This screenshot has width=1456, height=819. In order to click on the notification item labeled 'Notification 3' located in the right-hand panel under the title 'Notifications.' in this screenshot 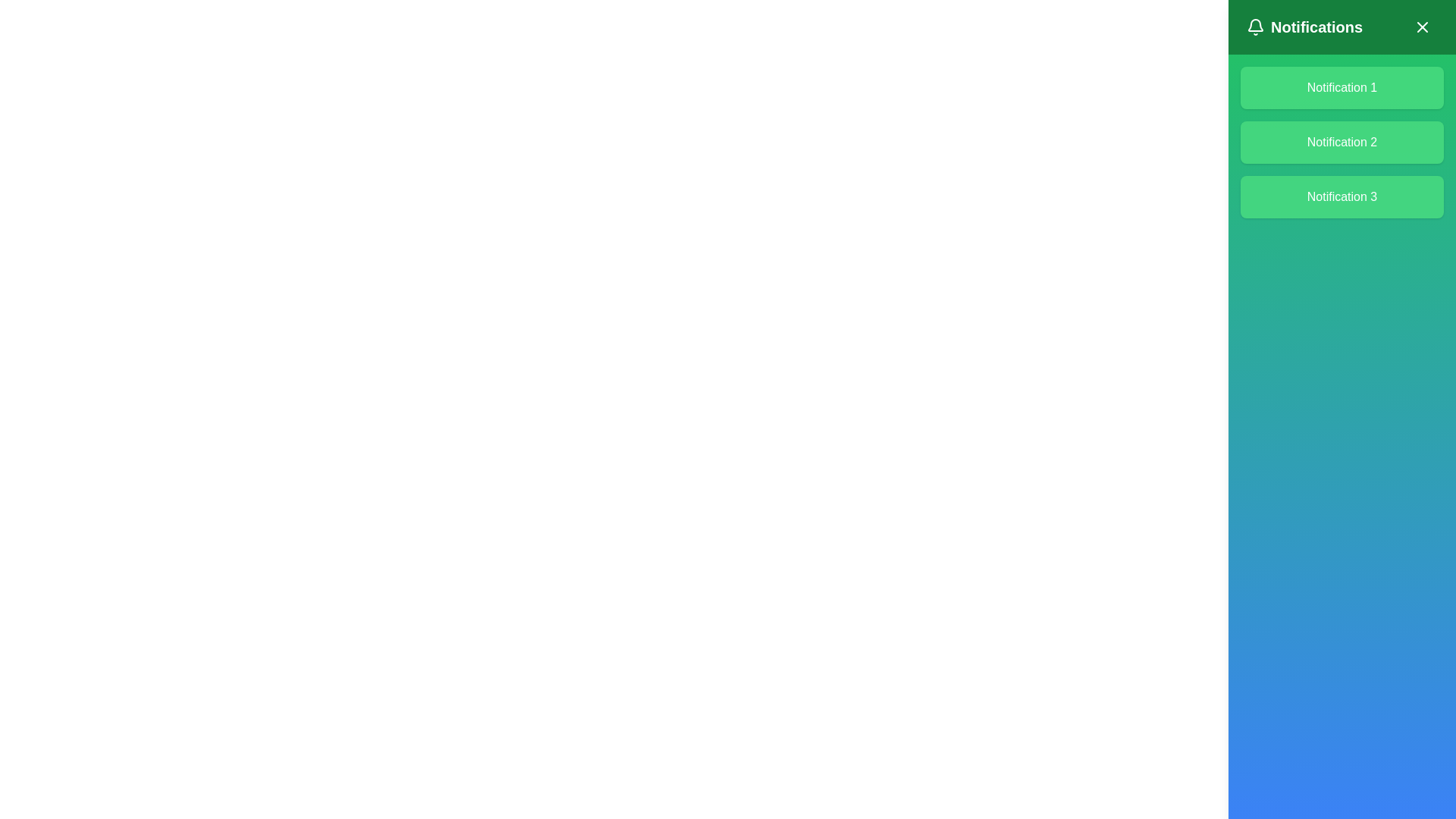, I will do `click(1342, 196)`.